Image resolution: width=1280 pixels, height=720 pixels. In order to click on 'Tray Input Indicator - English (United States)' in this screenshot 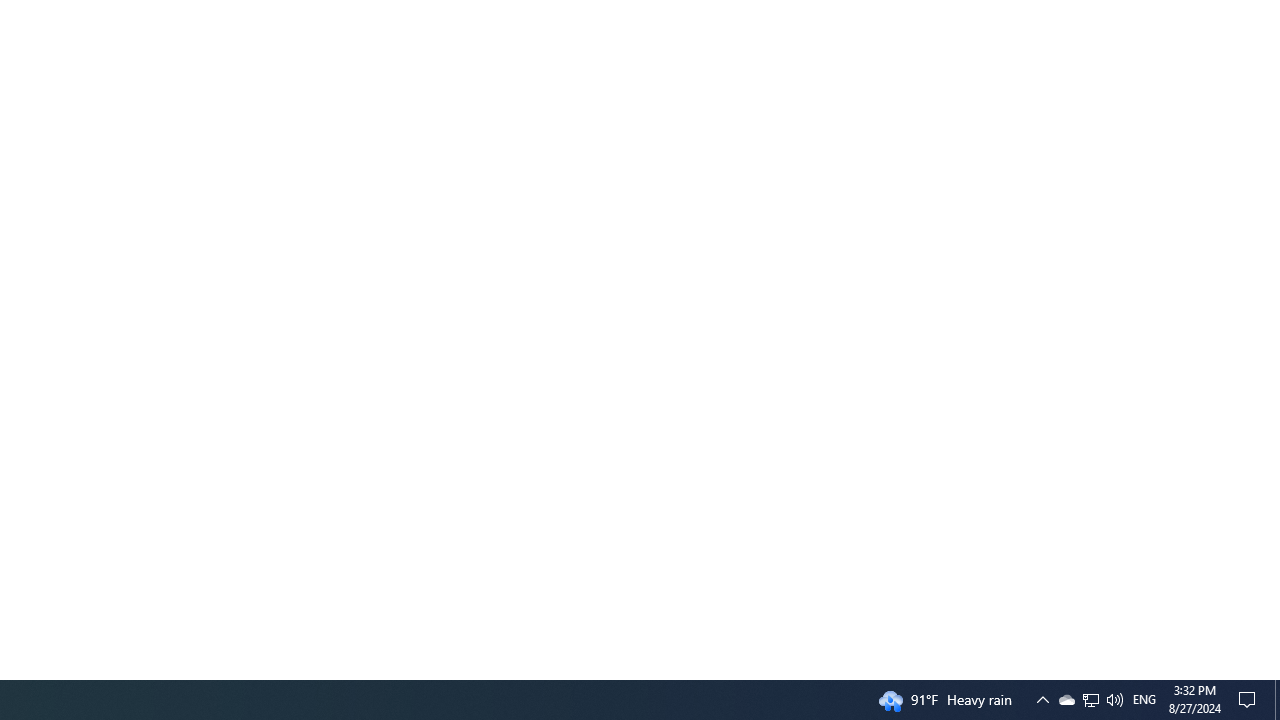, I will do `click(1144, 698)`.